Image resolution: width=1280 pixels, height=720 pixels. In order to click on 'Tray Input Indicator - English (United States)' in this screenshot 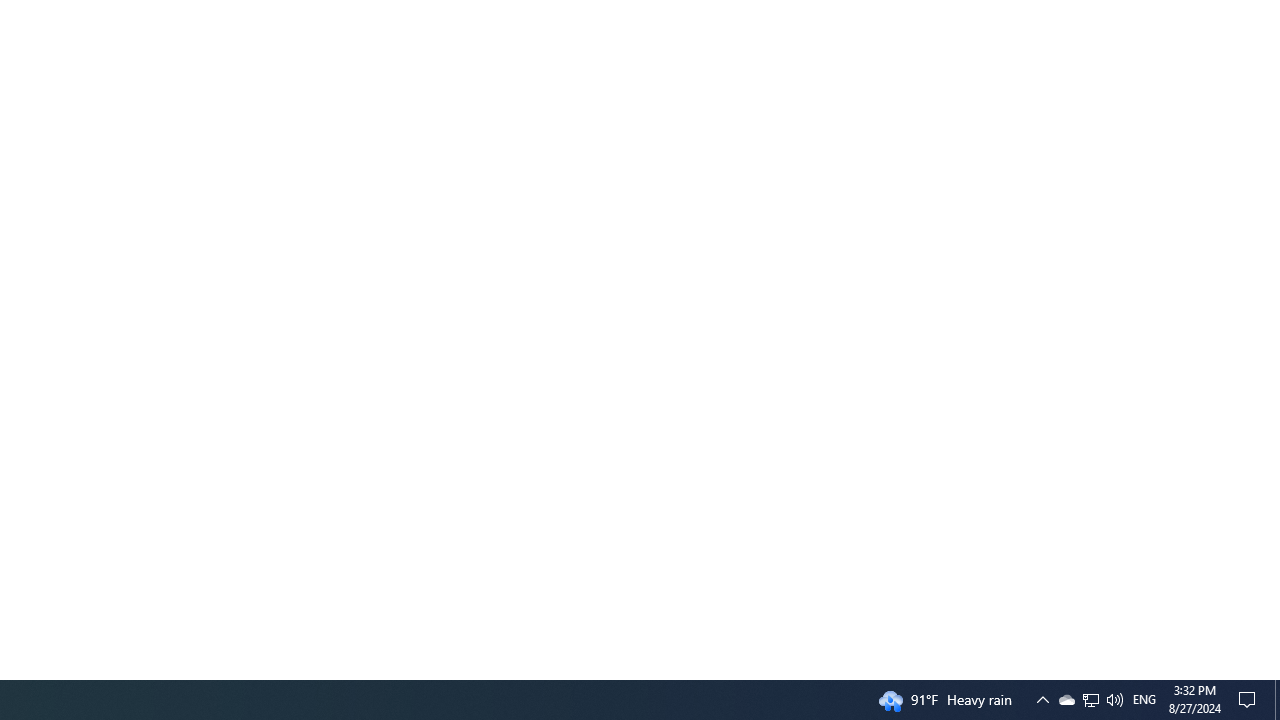, I will do `click(1144, 698)`.